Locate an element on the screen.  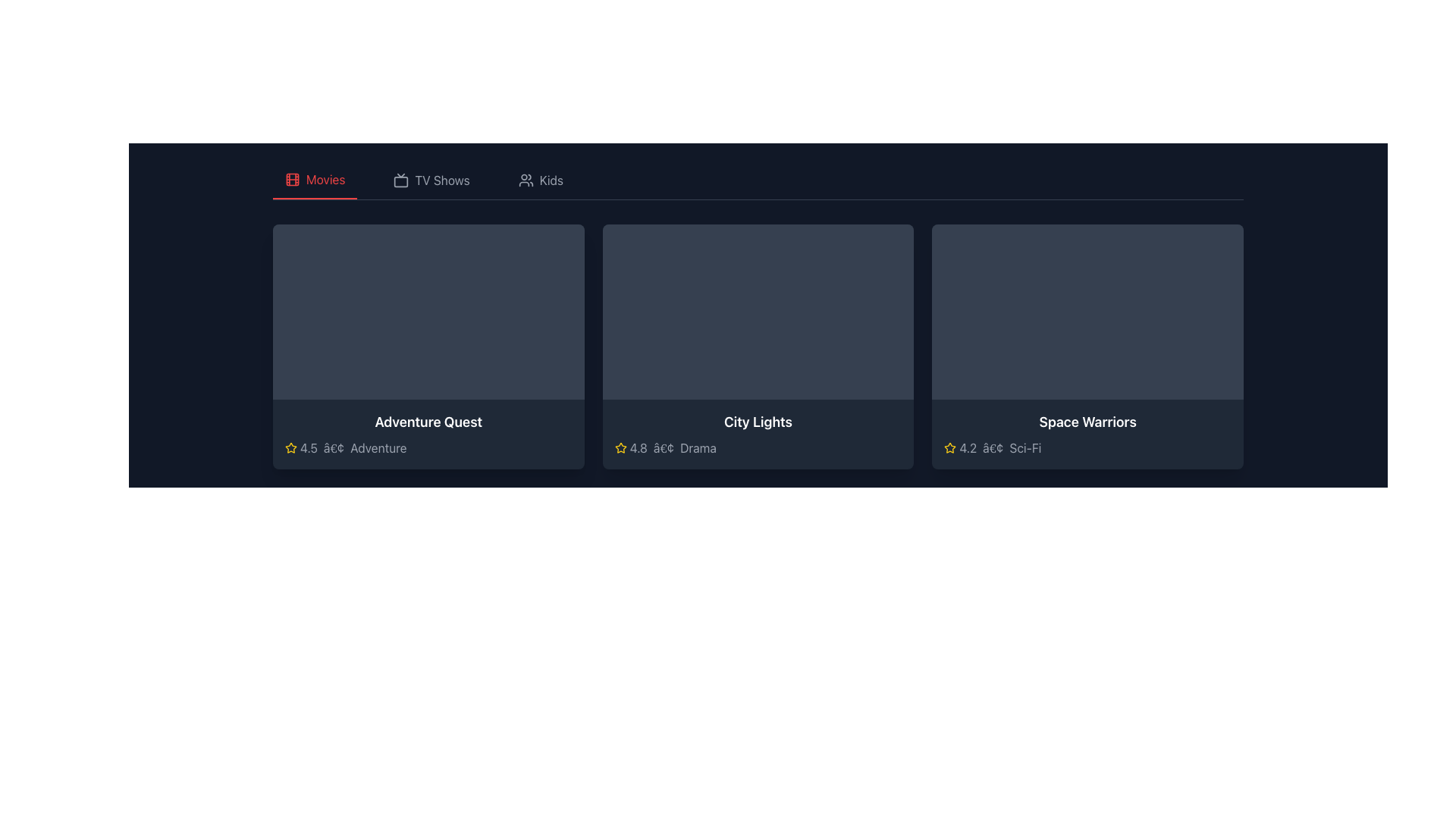
the title text 'City Lights' which is positioned at the center of the middle card in a horizontally-aligned list of cards, indicating the main identifier of the content represented by the card is located at coordinates (758, 422).